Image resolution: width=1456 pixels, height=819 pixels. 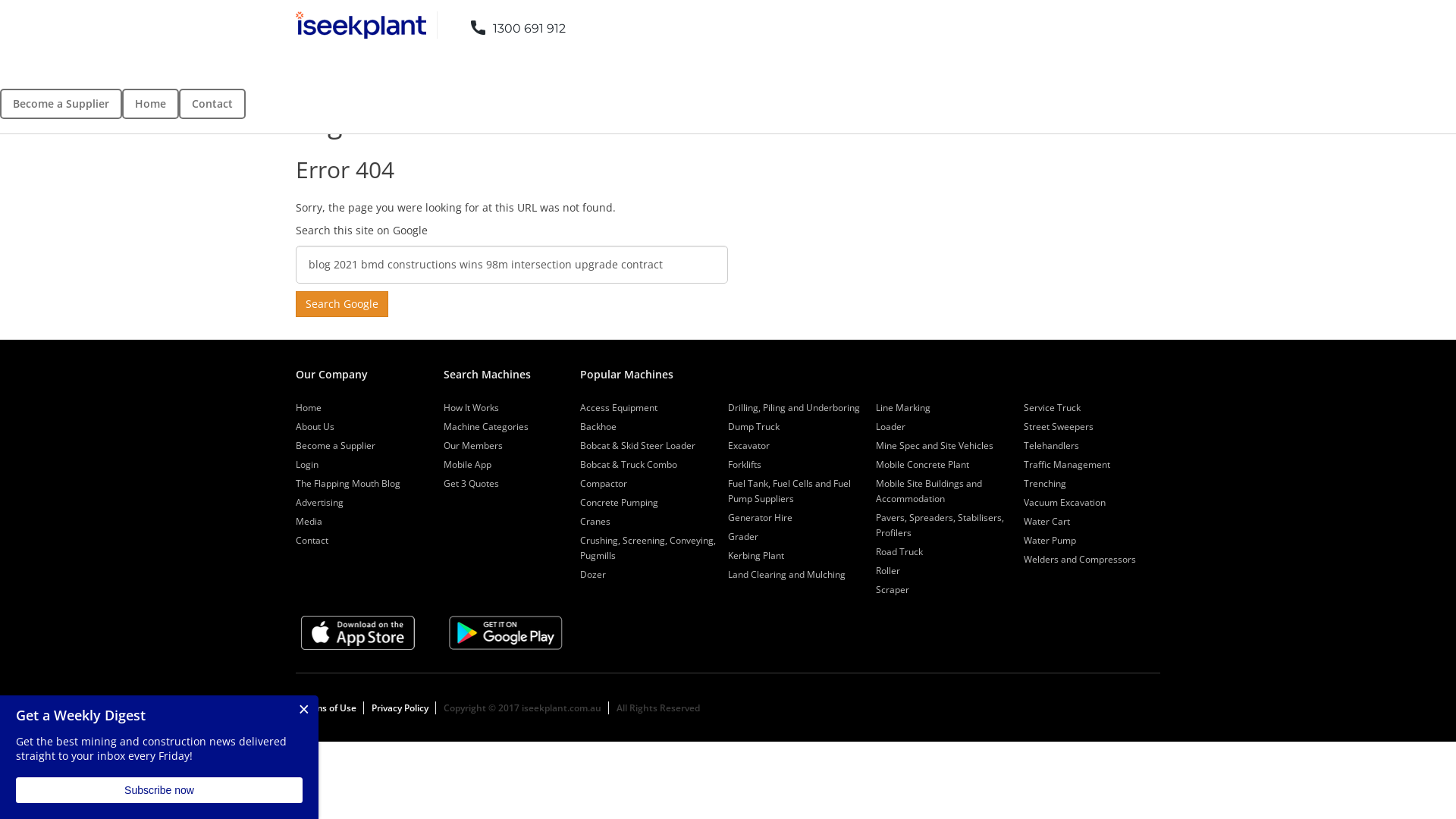 What do you see at coordinates (400, 708) in the screenshot?
I see `'Privacy Policy'` at bounding box center [400, 708].